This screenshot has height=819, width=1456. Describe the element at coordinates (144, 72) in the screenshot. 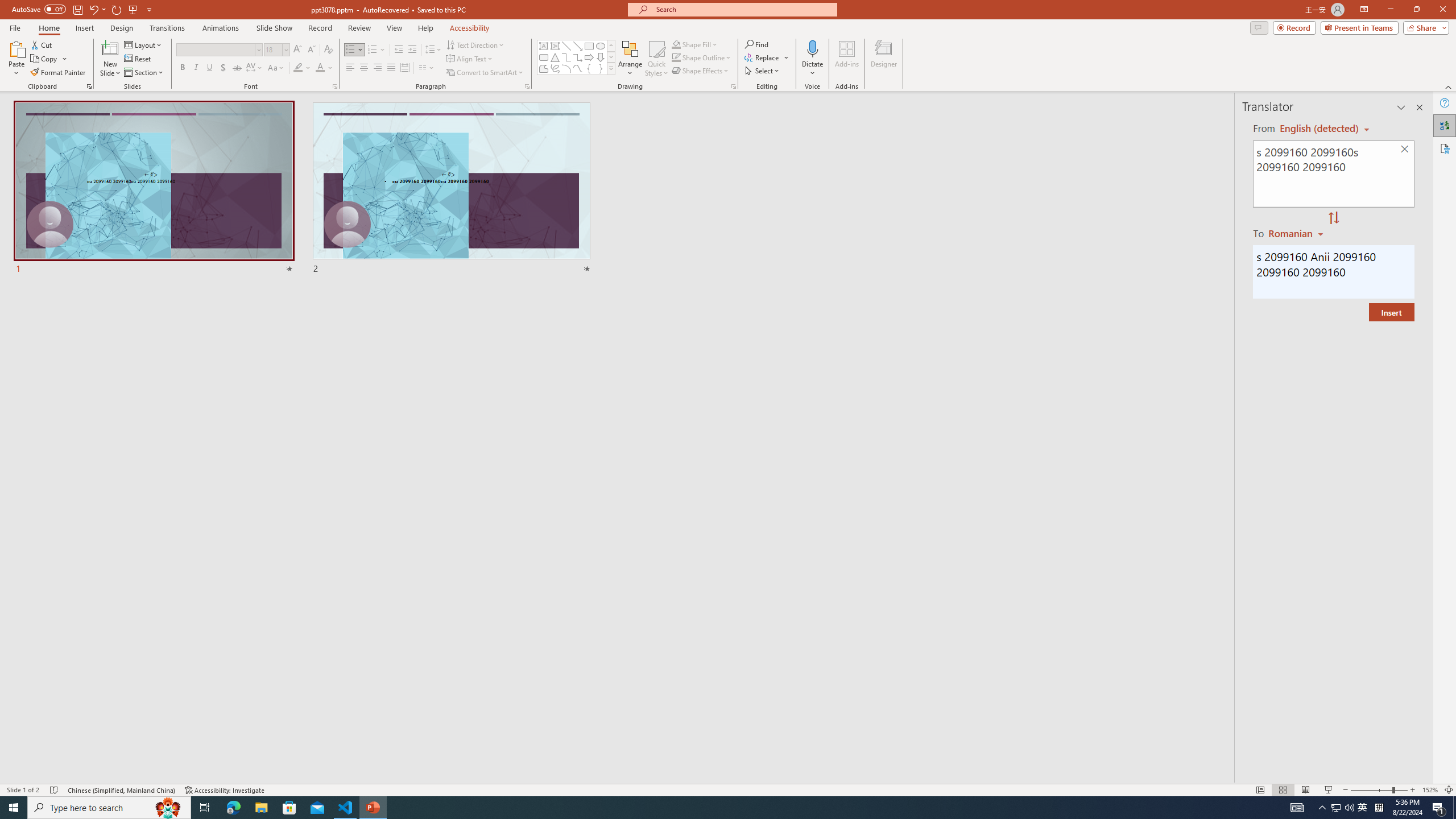

I see `'Section'` at that location.